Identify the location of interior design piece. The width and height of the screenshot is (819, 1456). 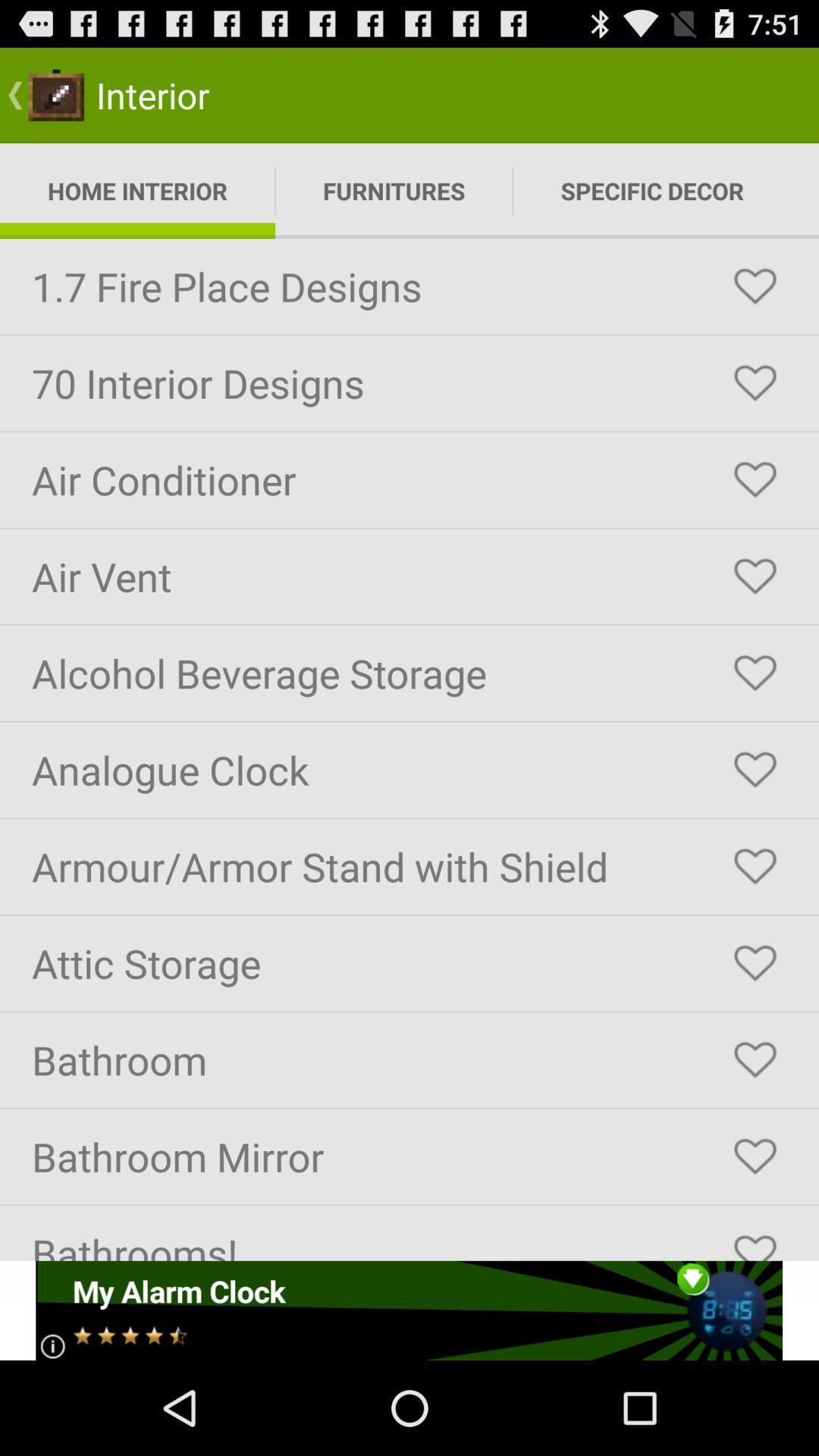
(755, 1156).